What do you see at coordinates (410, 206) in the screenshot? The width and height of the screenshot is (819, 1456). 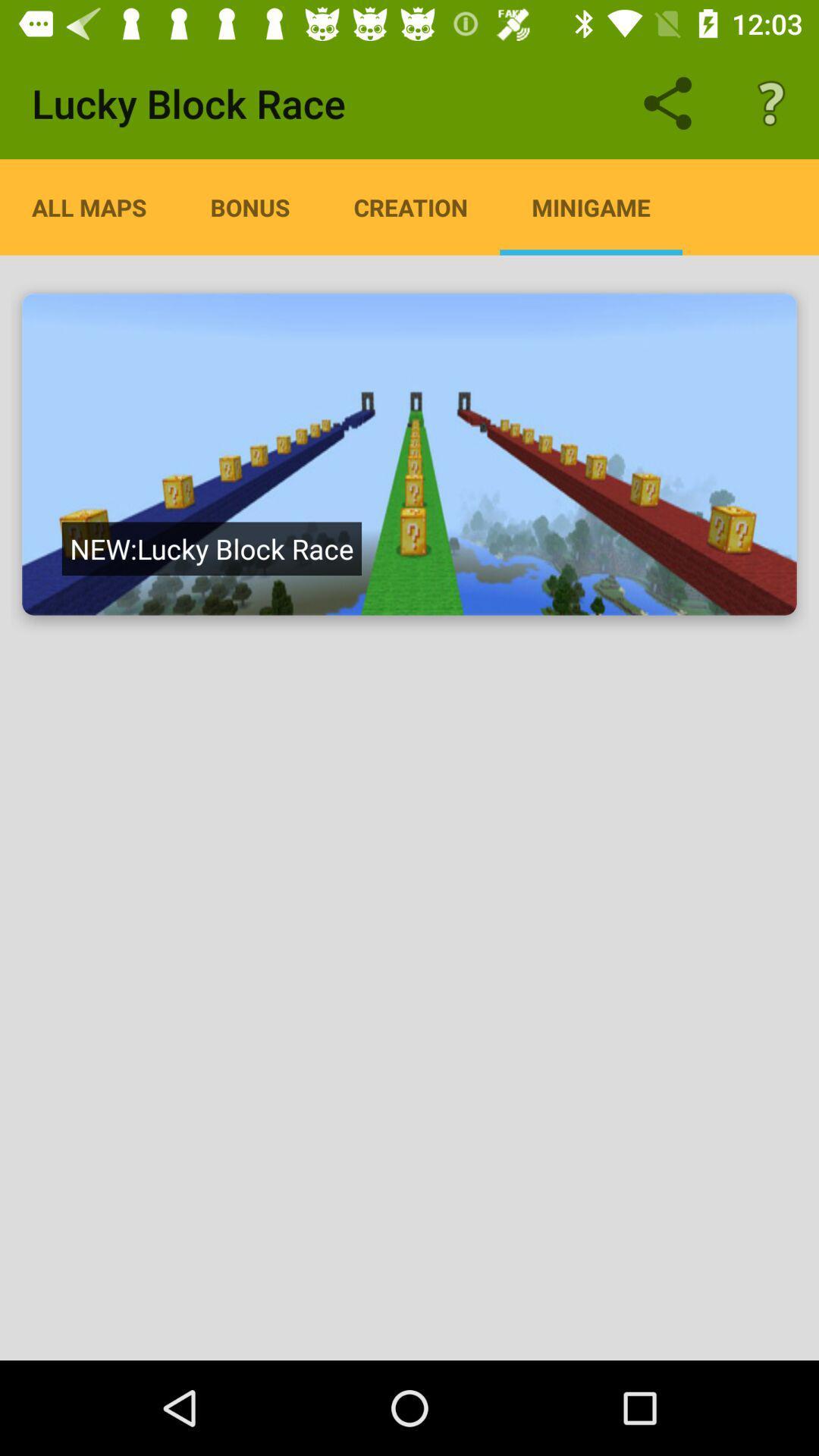 I see `app next to bonus app` at bounding box center [410, 206].